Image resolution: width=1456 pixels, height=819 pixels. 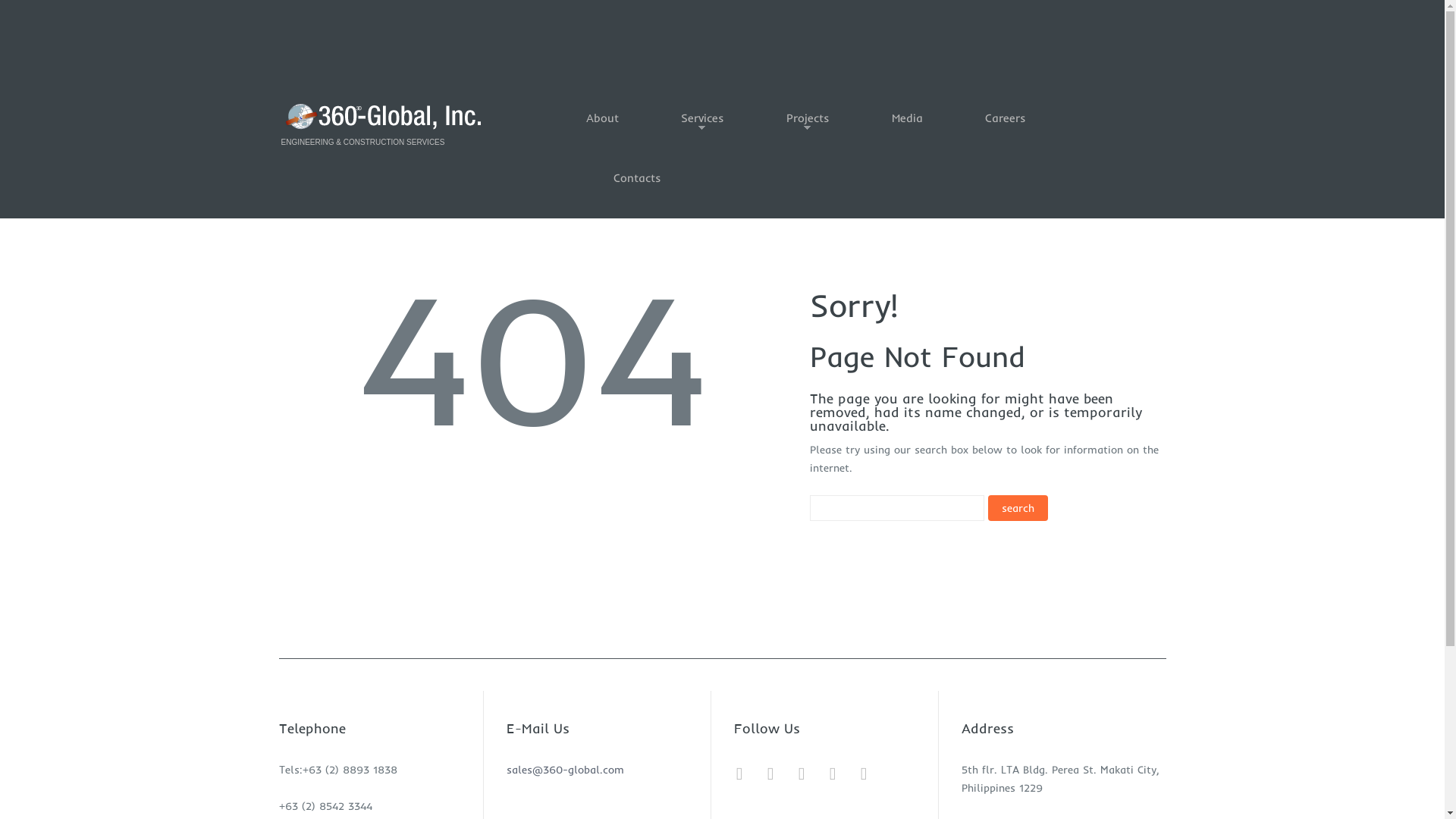 I want to click on 'About', so click(x=601, y=127).